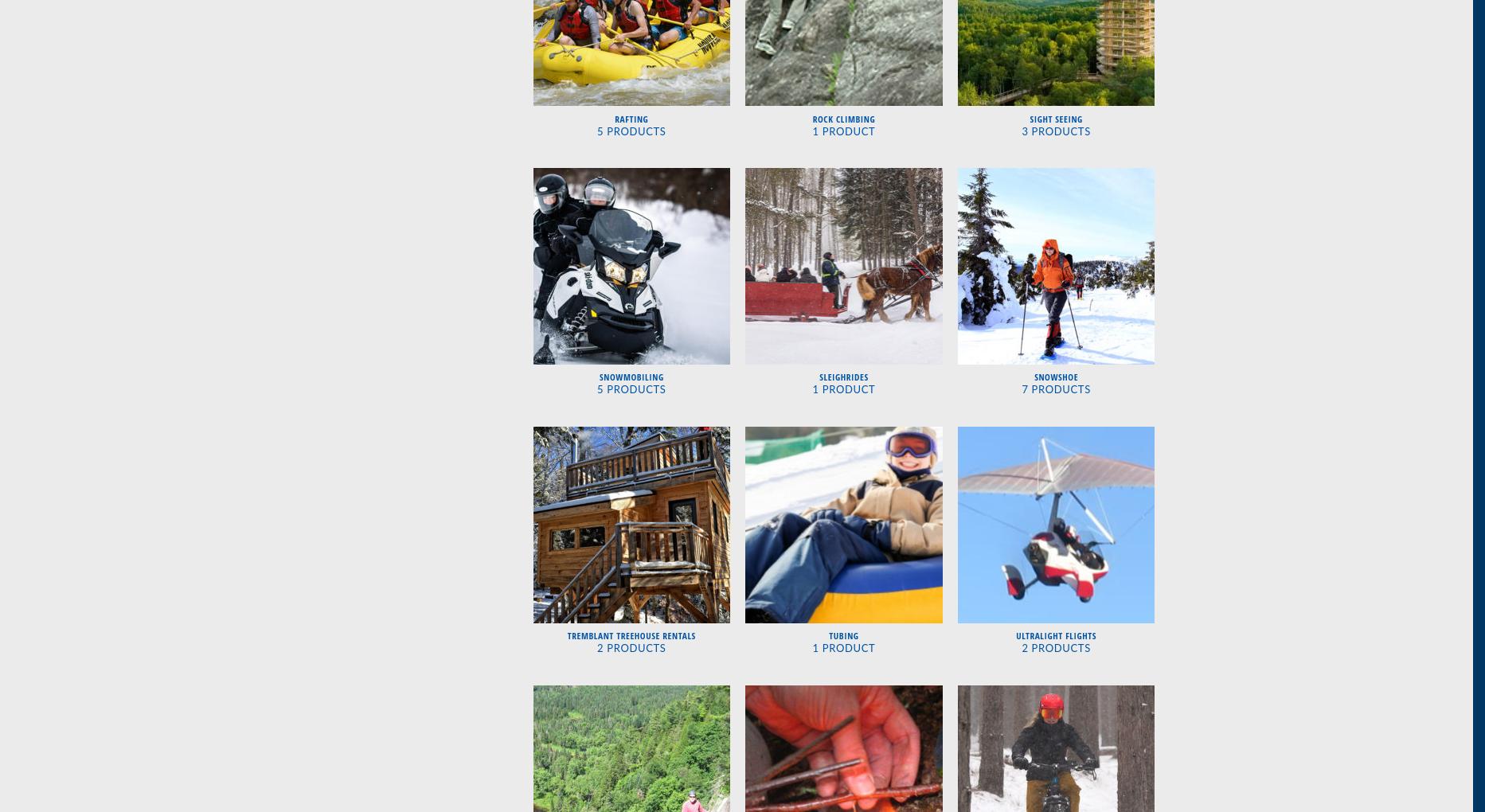 The height and width of the screenshot is (812, 1485). I want to click on '7 Products', so click(1055, 390).